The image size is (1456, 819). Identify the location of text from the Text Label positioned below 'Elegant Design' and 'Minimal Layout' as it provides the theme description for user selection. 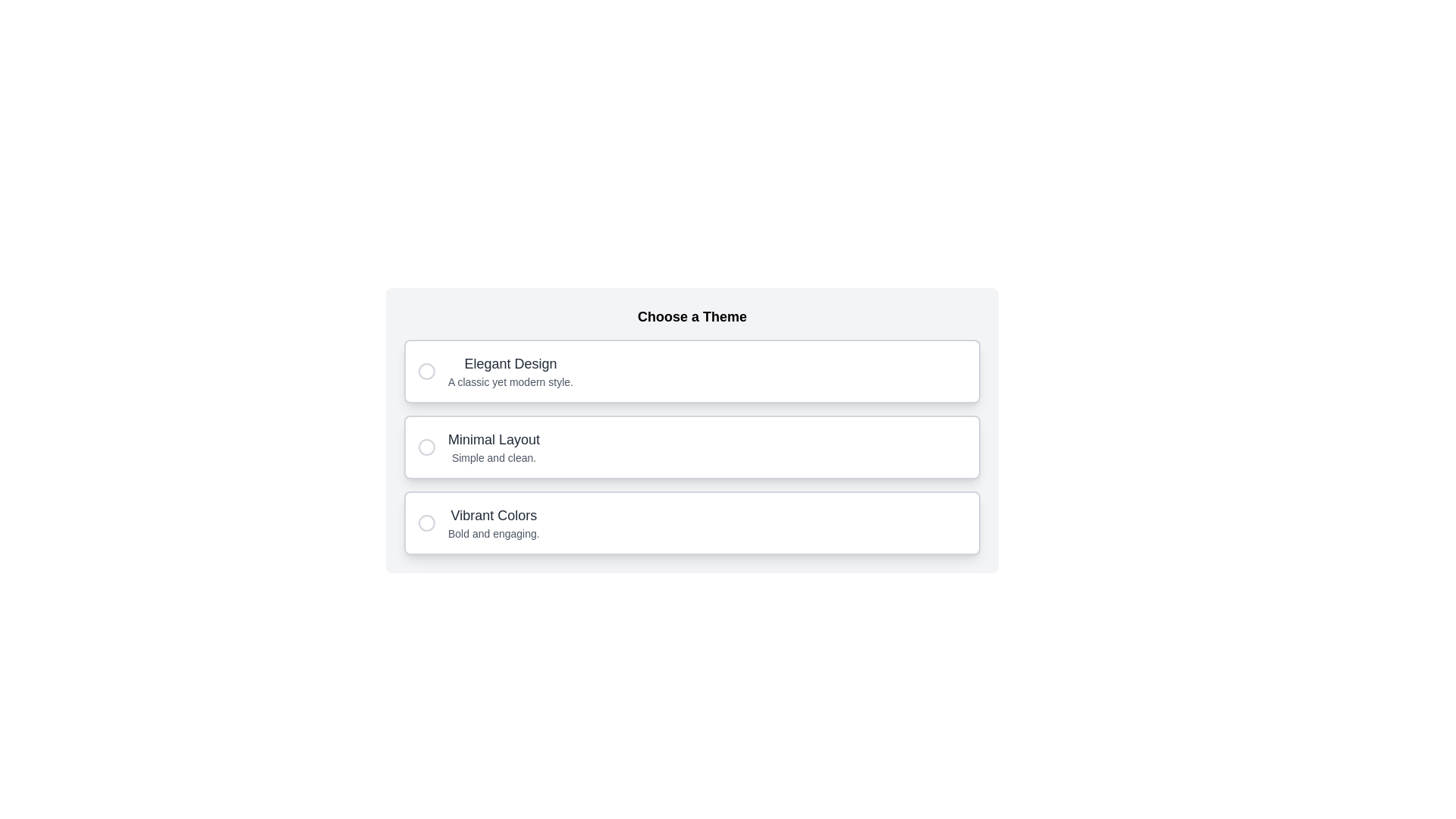
(494, 514).